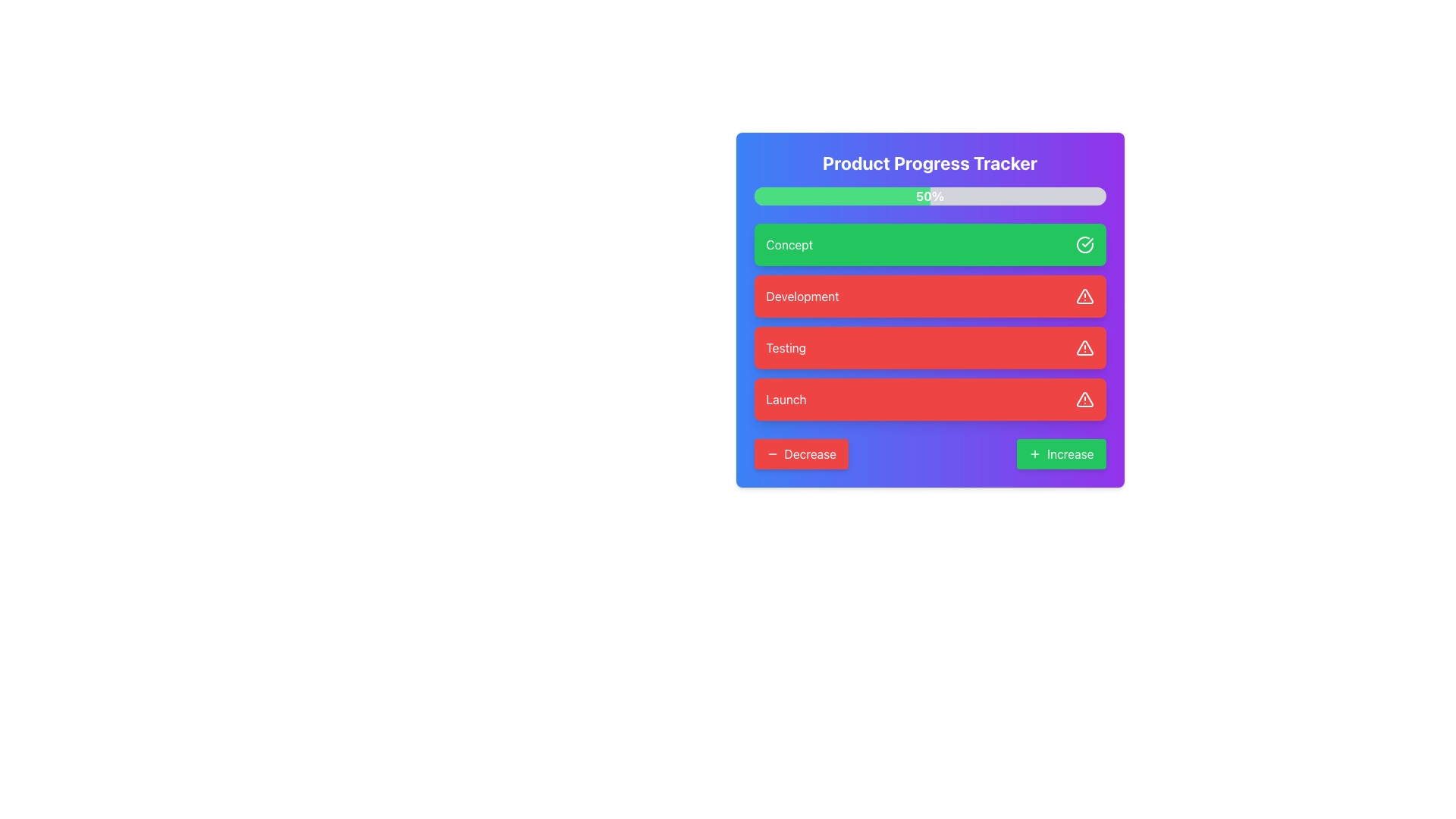  Describe the element at coordinates (1084, 399) in the screenshot. I see `the visual warning icon at the right end of the 'Launch' row` at that location.